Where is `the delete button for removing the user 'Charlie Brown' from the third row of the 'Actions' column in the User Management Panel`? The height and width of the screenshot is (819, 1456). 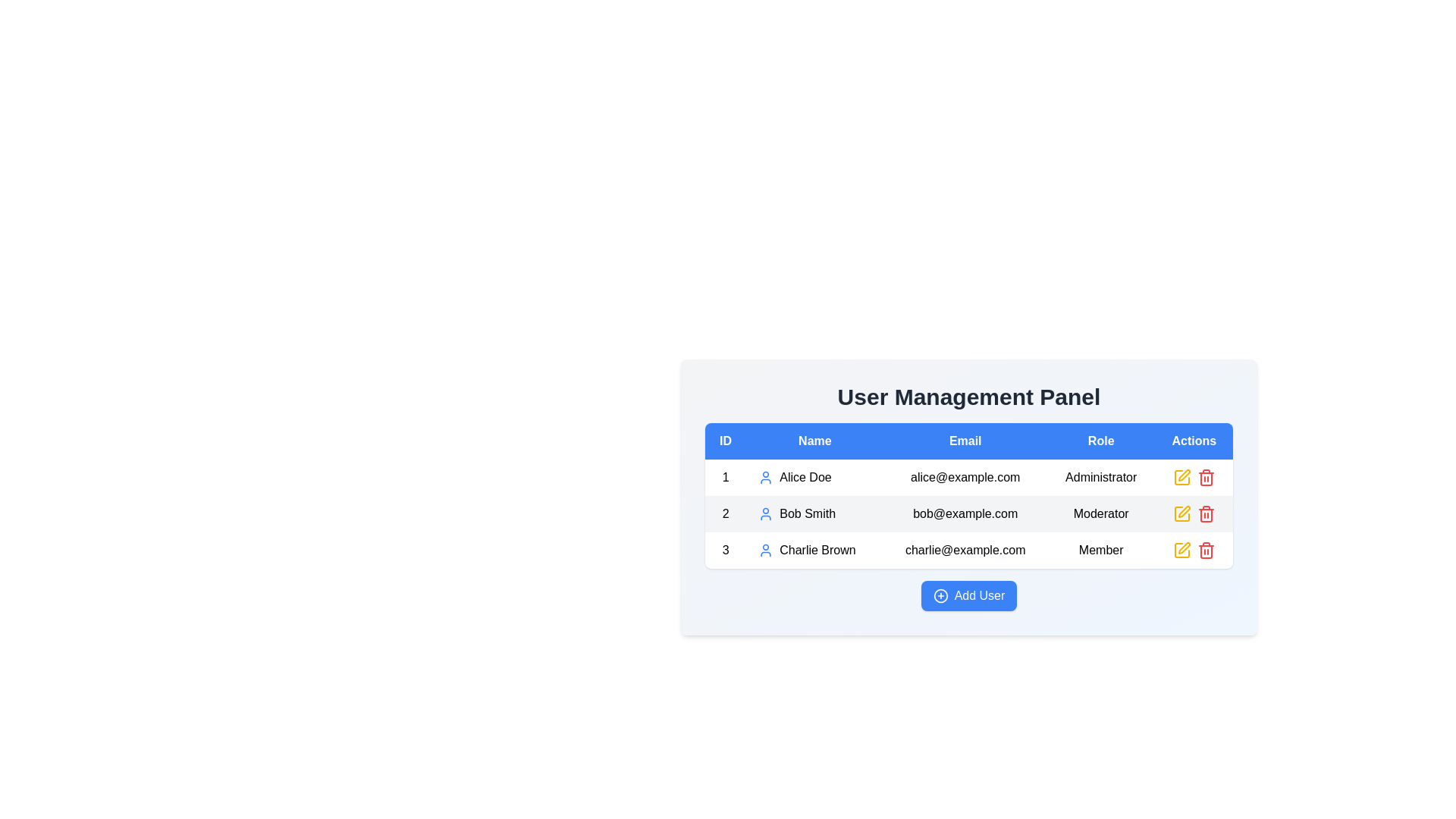
the delete button for removing the user 'Charlie Brown' from the third row of the 'Actions' column in the User Management Panel is located at coordinates (1205, 550).